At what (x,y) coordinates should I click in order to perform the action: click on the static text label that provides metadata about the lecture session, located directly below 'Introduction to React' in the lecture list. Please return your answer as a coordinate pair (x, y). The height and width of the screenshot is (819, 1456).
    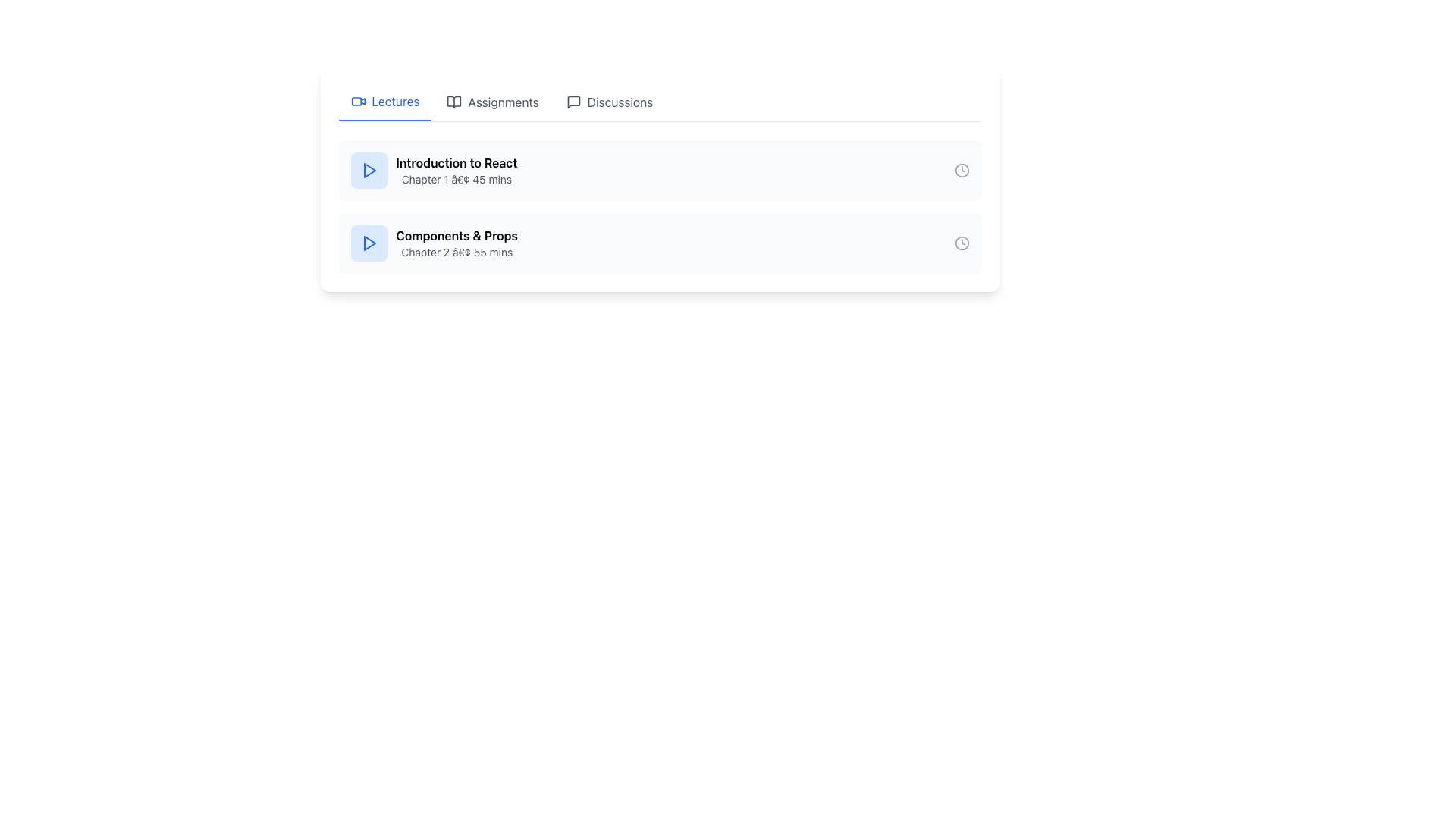
    Looking at the image, I should click on (456, 178).